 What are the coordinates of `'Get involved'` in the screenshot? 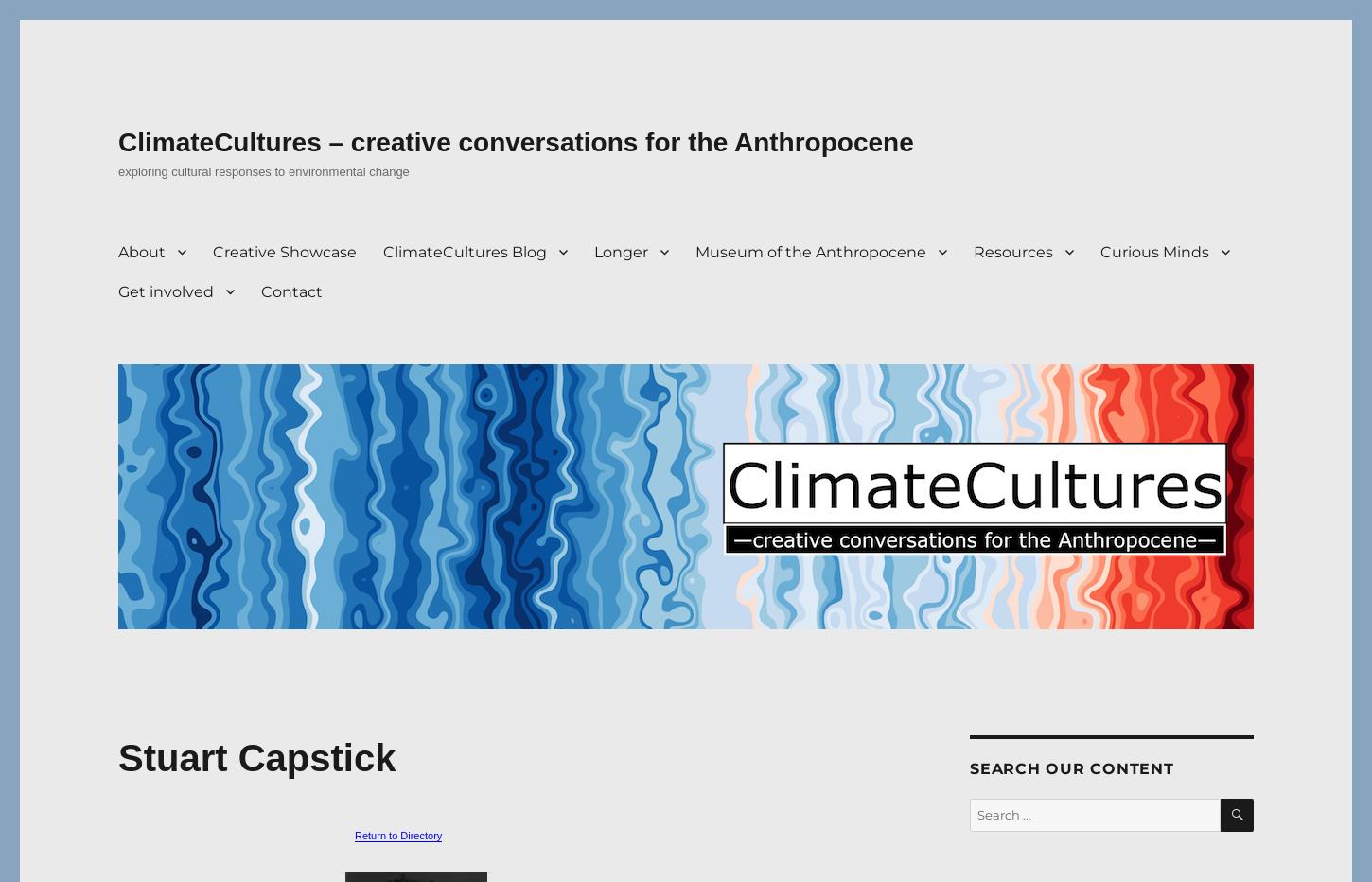 It's located at (165, 291).